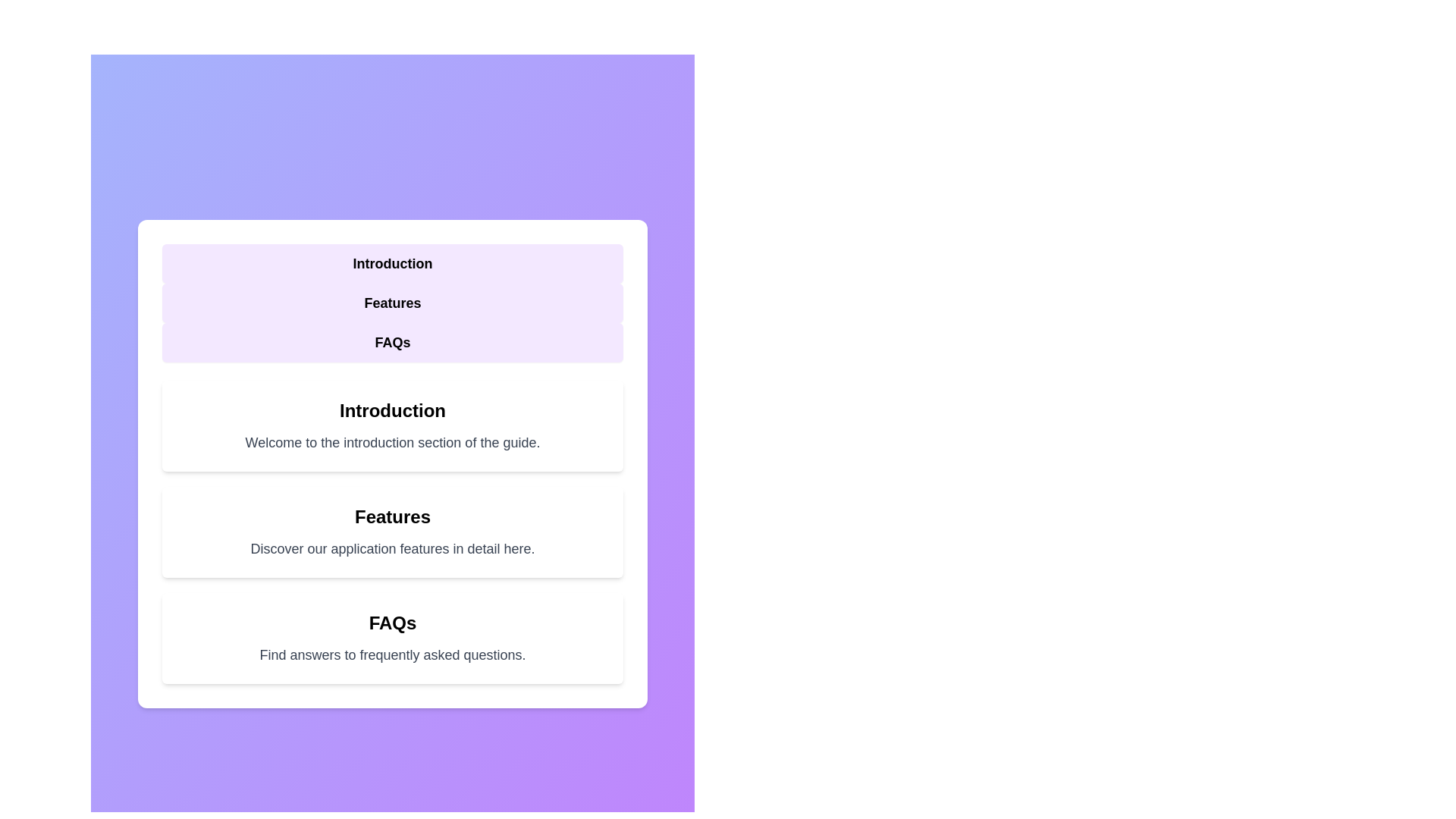 The image size is (1456, 819). Describe the element at coordinates (393, 638) in the screenshot. I see `the informative panel located at the bottom of the series of panels, which likely serves as a link` at that location.